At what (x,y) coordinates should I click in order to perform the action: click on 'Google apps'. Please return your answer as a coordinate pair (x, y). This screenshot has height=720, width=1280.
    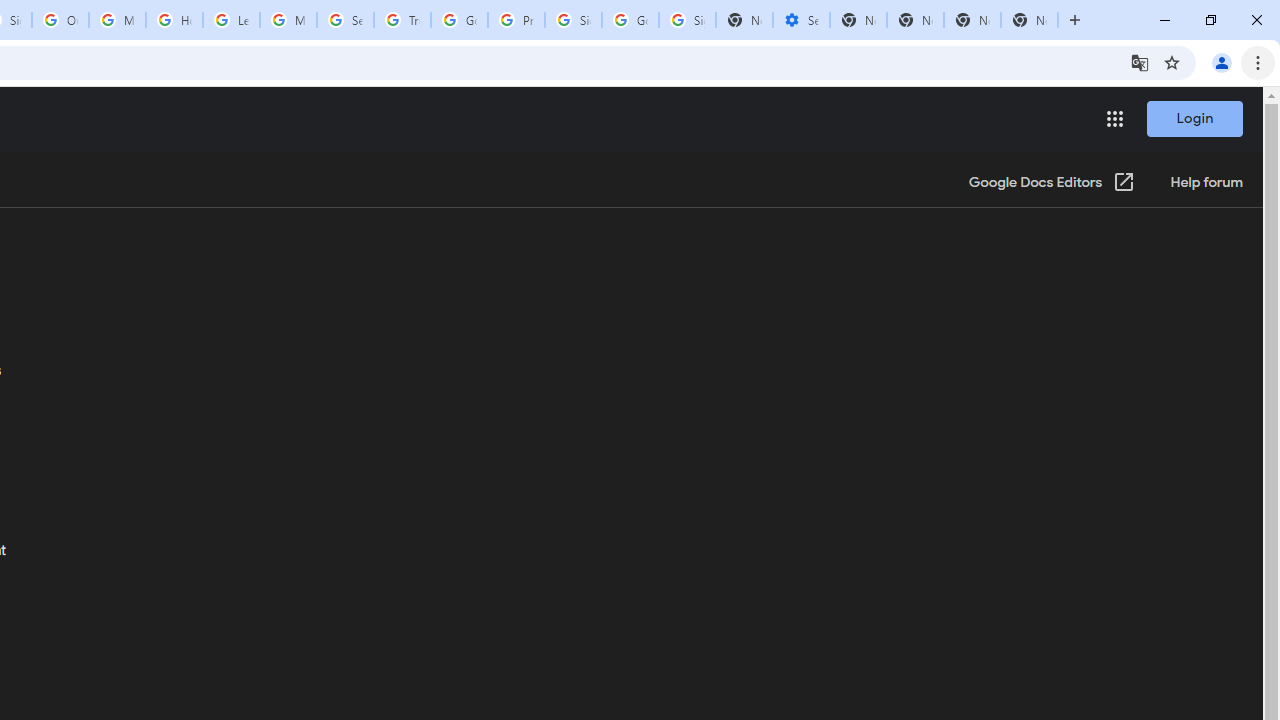
    Looking at the image, I should click on (1113, 119).